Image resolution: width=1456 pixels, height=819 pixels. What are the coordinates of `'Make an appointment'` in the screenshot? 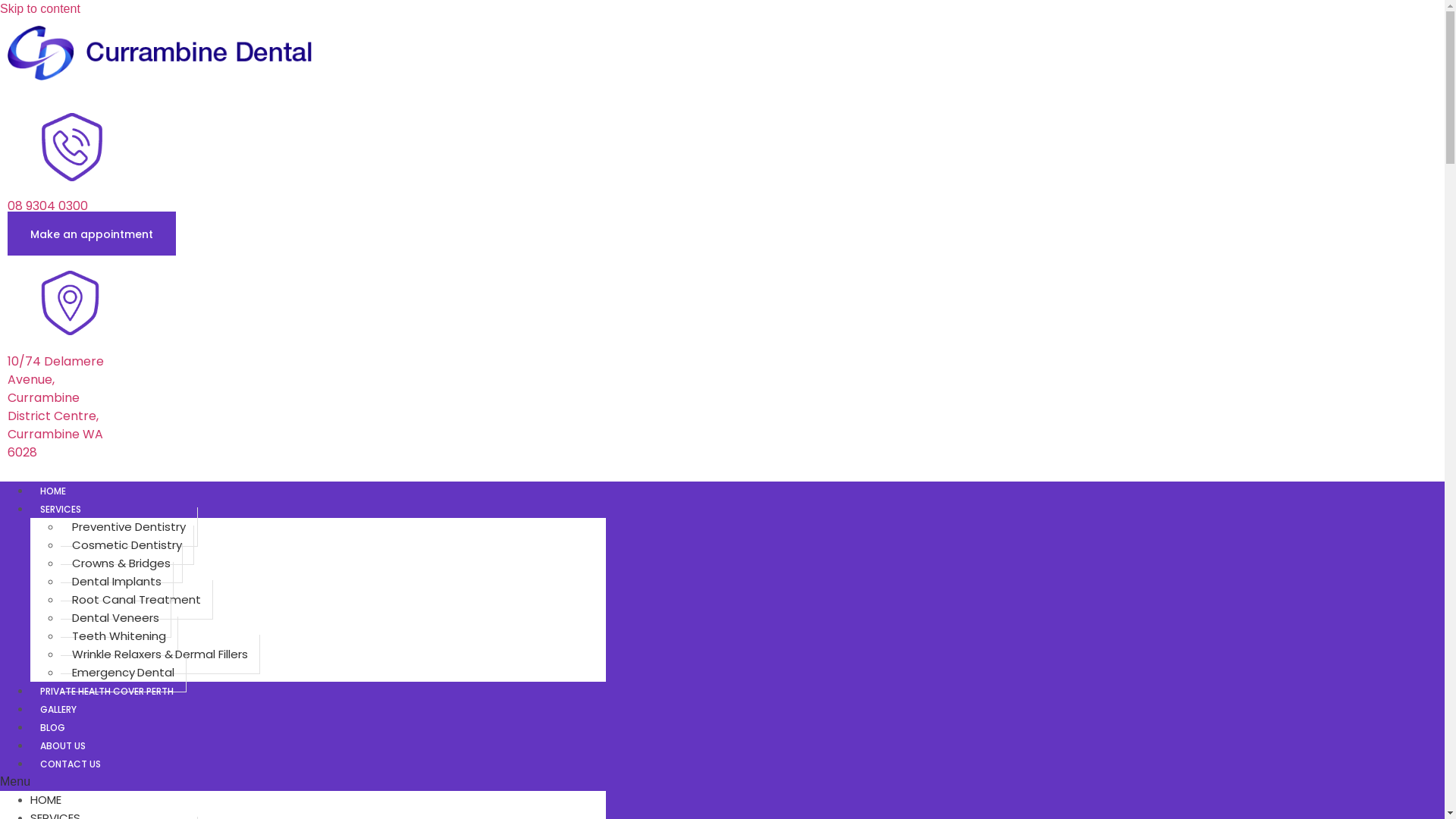 It's located at (90, 234).